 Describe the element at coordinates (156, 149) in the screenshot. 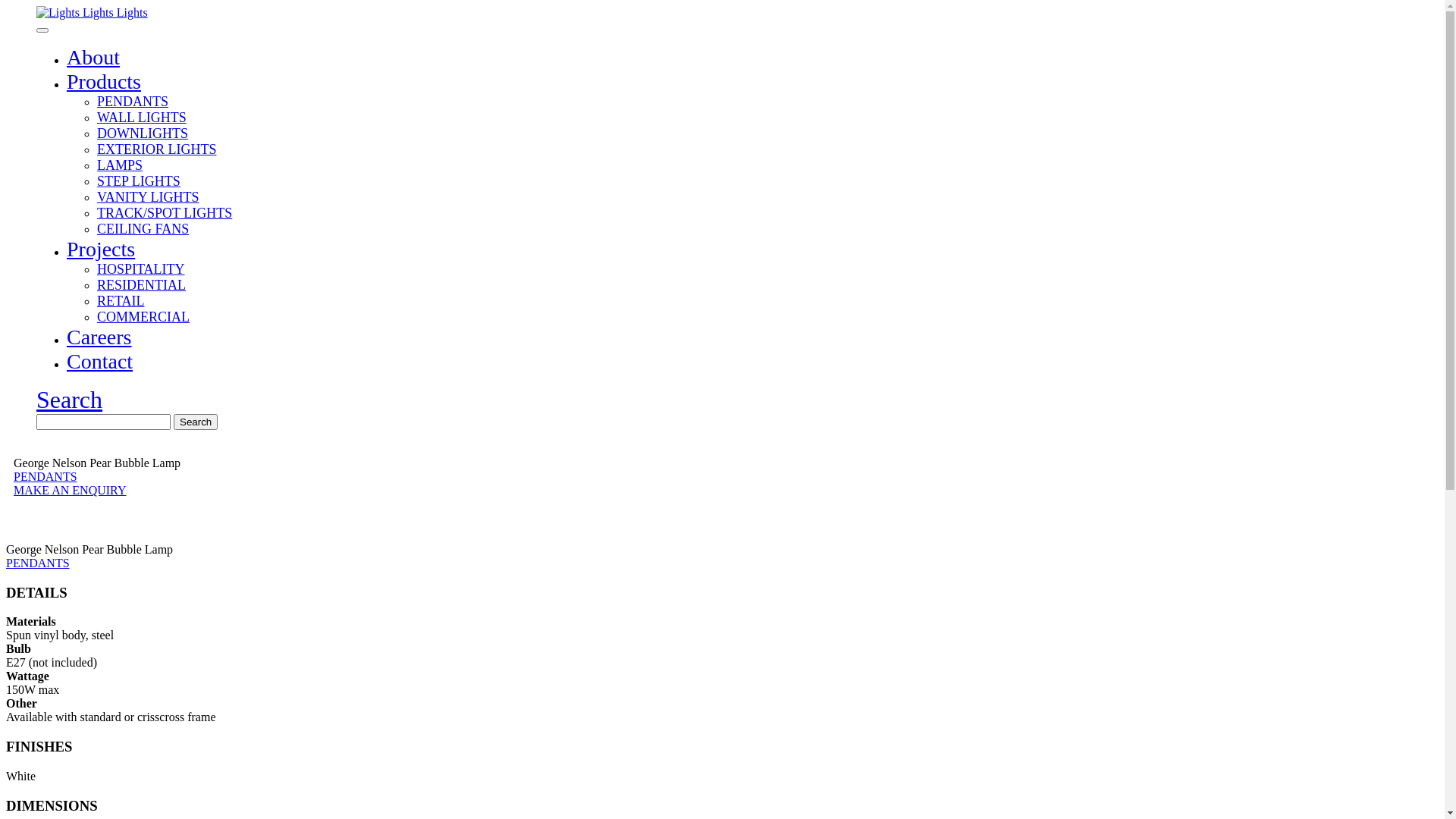

I see `'EXTERIOR LIGHTS'` at that location.